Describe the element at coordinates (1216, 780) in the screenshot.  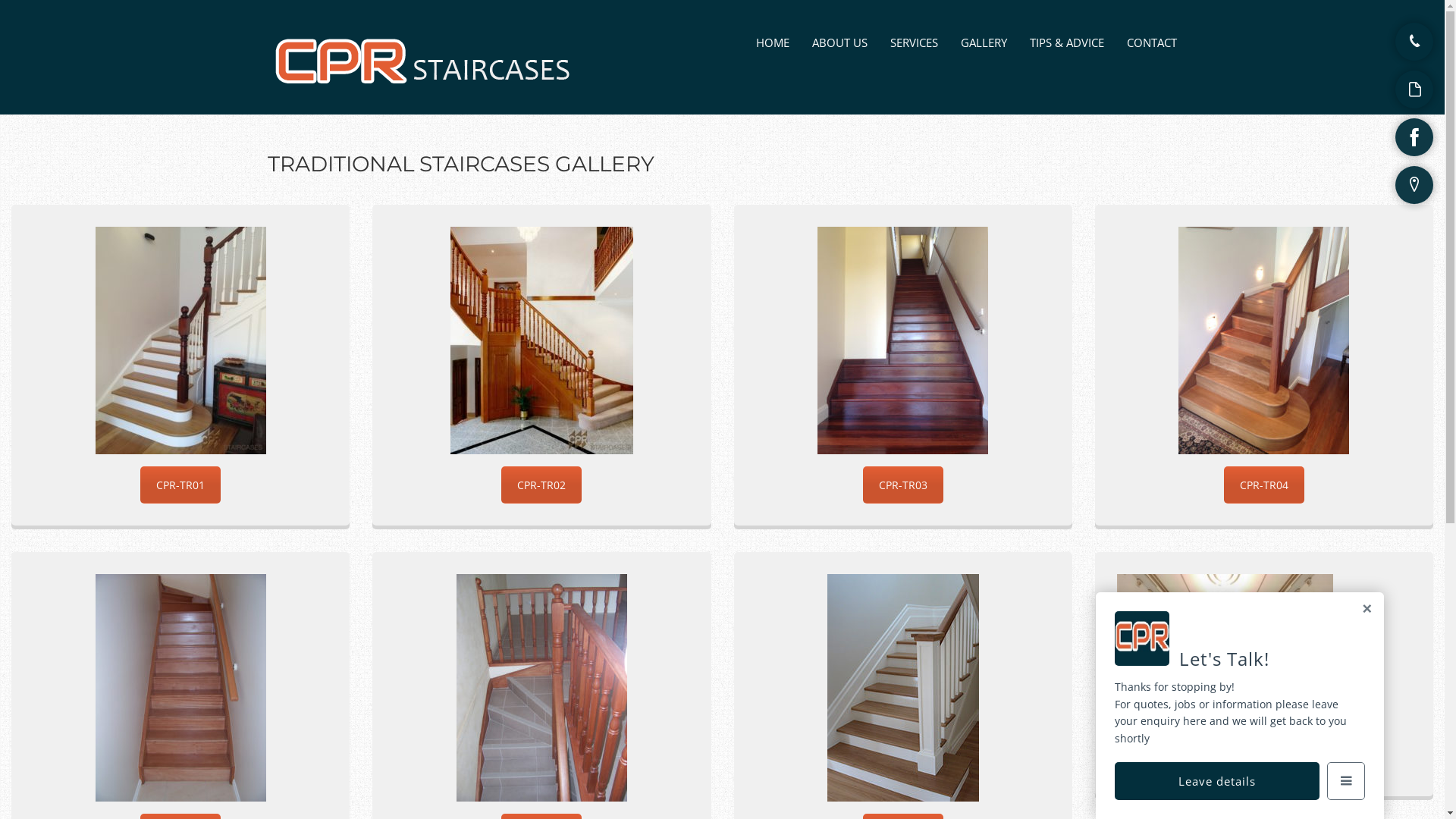
I see `'Leave details'` at that location.